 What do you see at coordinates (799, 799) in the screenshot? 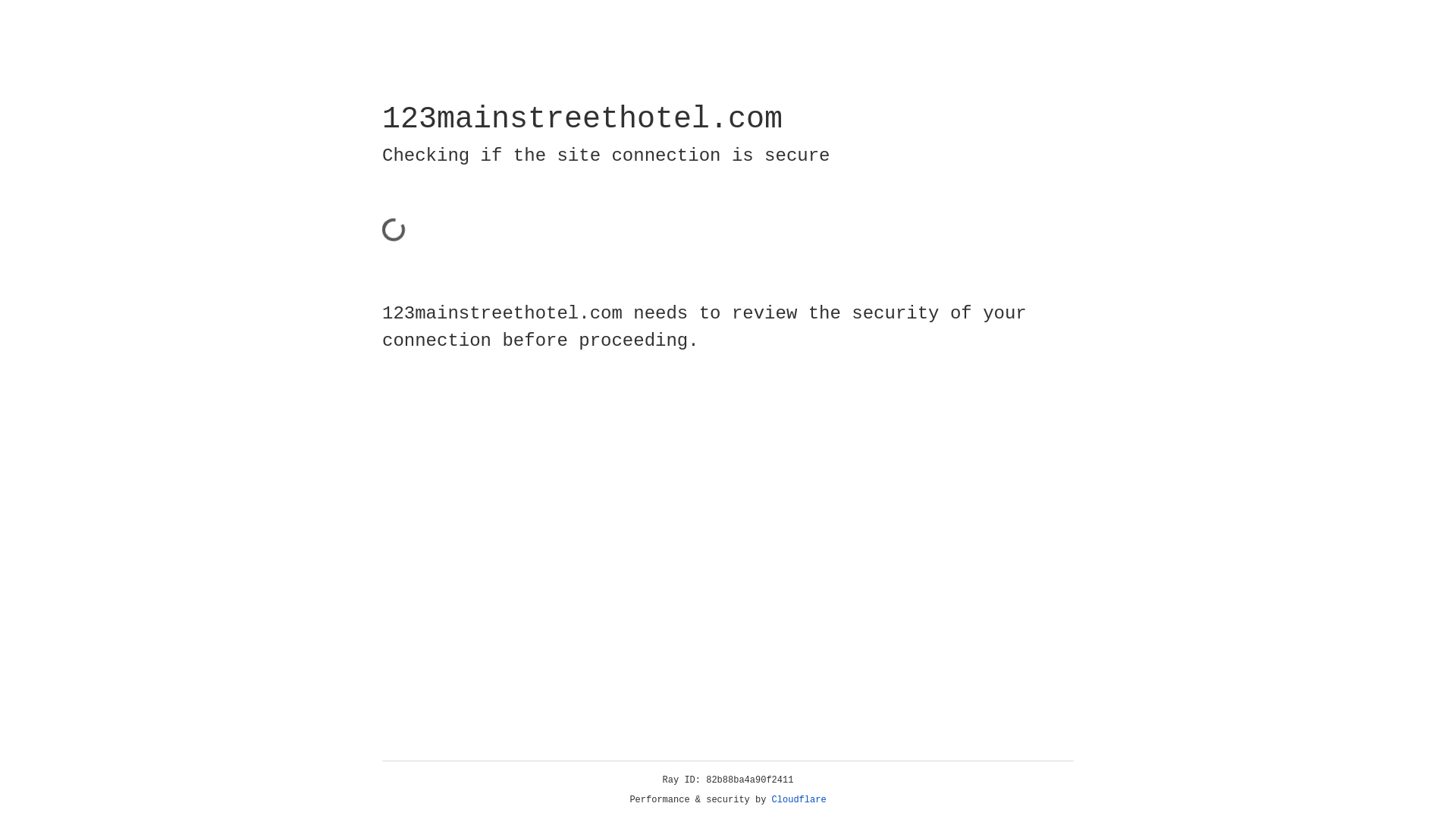
I see `'Cloudflare'` at bounding box center [799, 799].